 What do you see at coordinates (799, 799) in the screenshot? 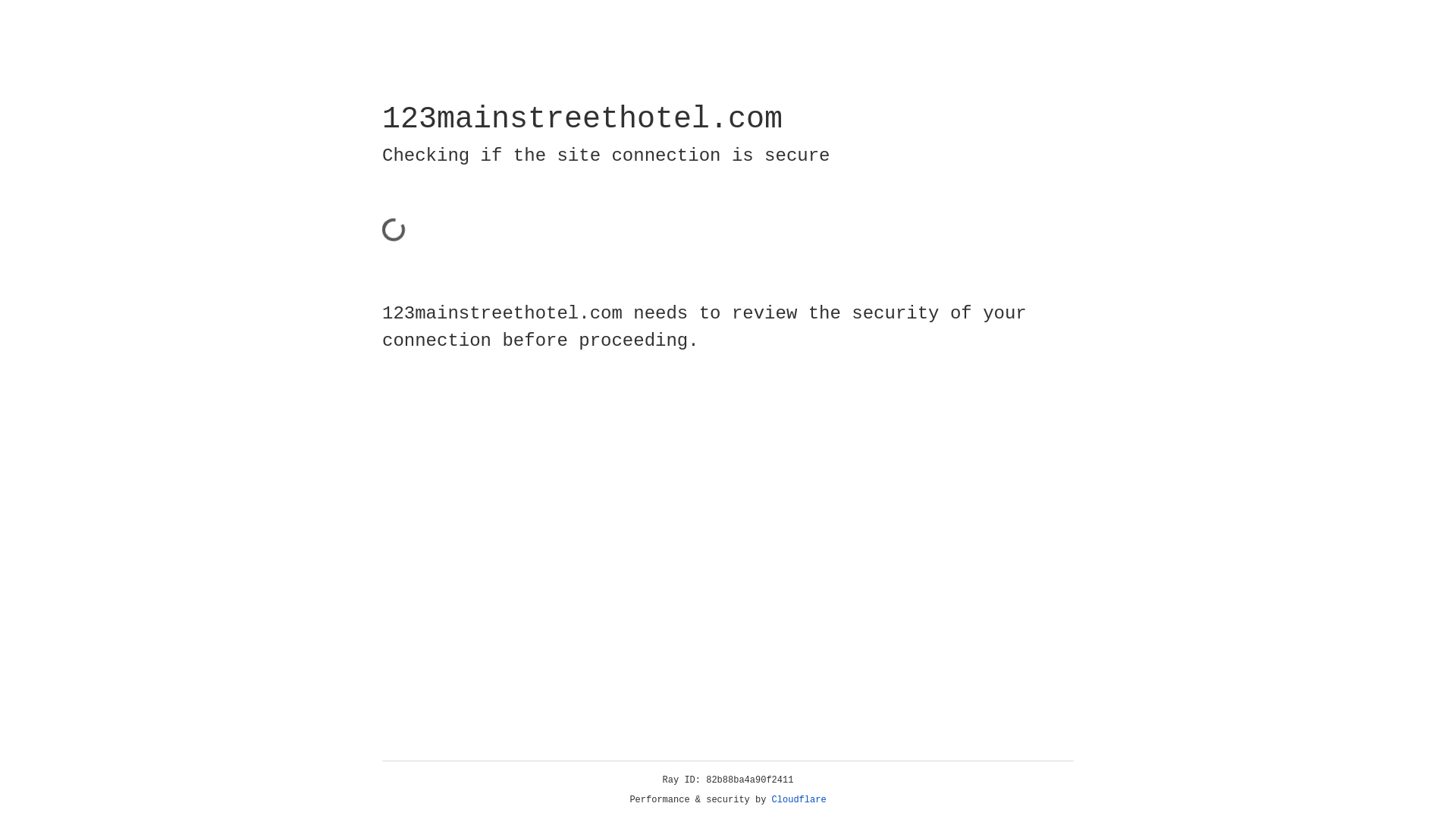
I see `'Cloudflare'` at bounding box center [799, 799].